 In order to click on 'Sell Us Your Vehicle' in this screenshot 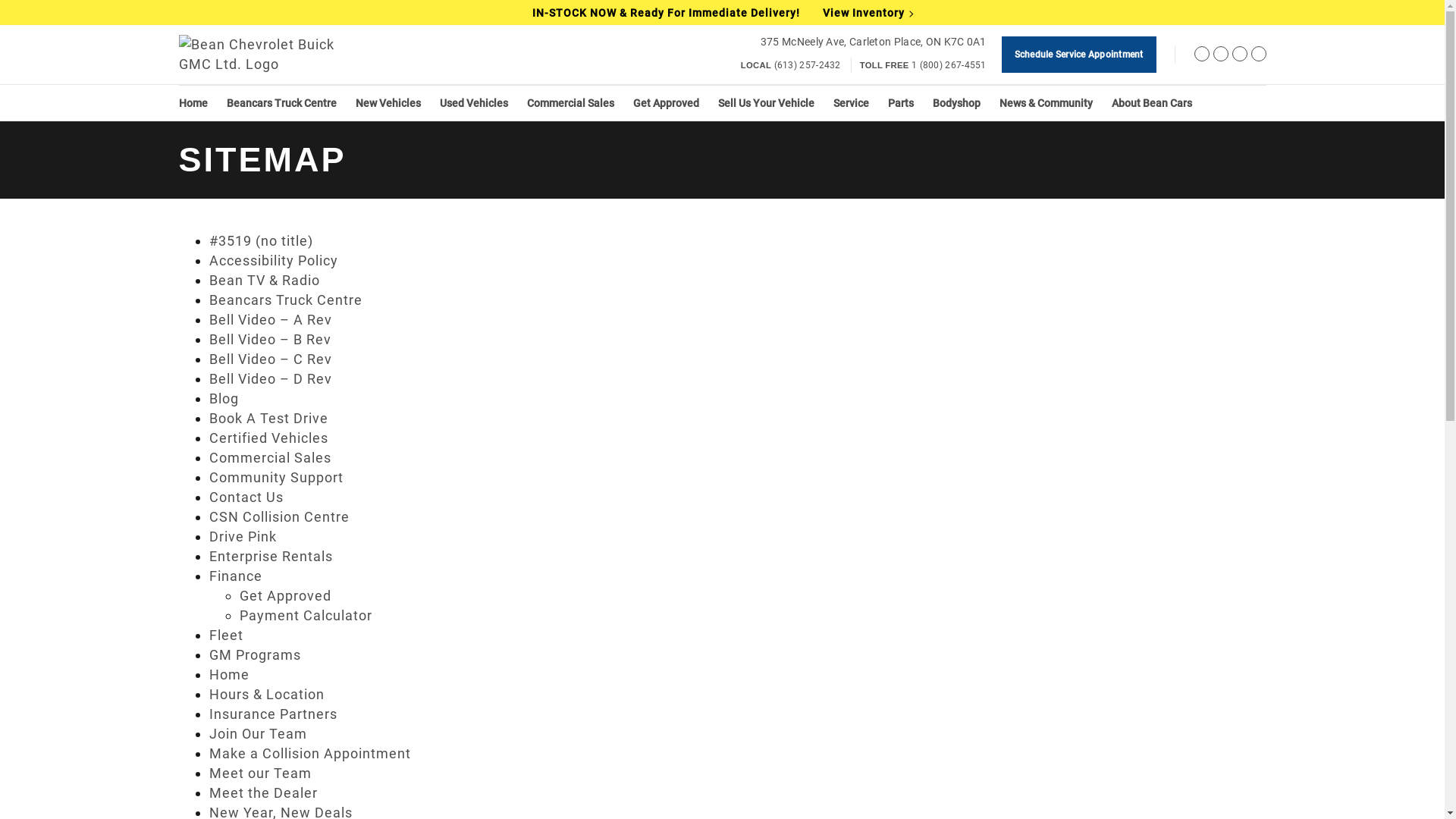, I will do `click(765, 102)`.